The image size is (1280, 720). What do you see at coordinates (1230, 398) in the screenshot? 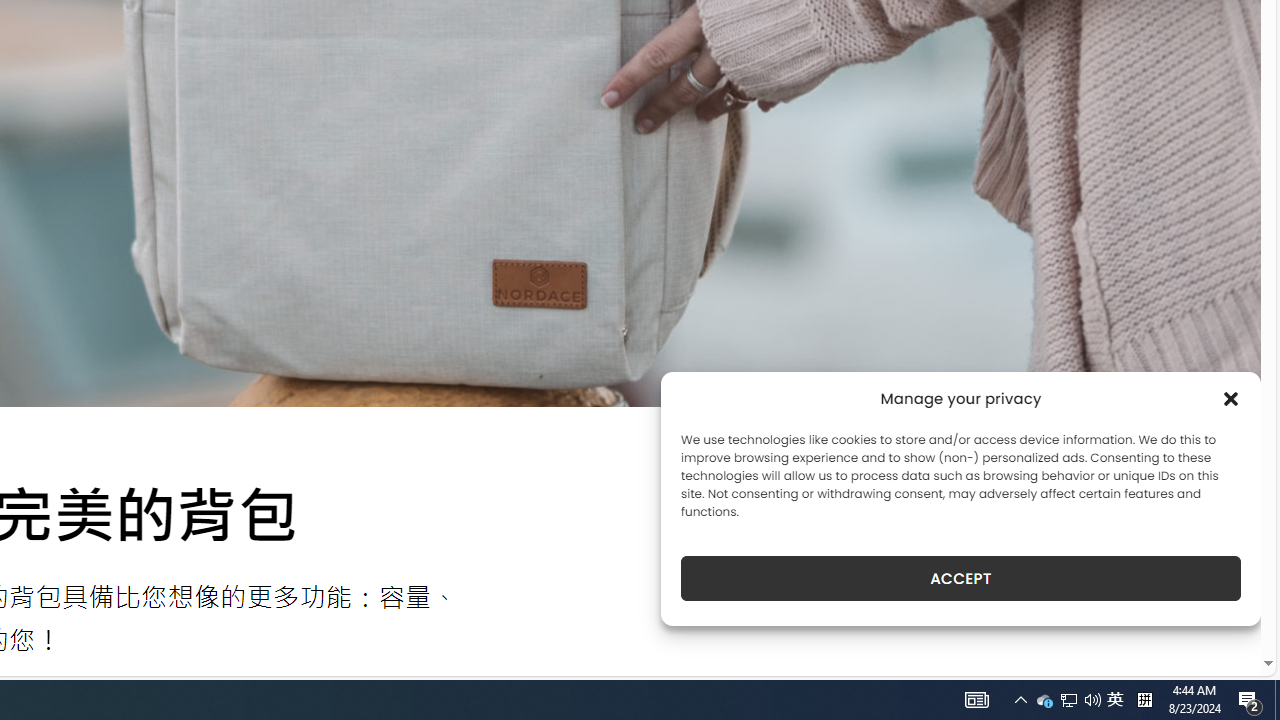
I see `'Class: cmplz-close'` at bounding box center [1230, 398].